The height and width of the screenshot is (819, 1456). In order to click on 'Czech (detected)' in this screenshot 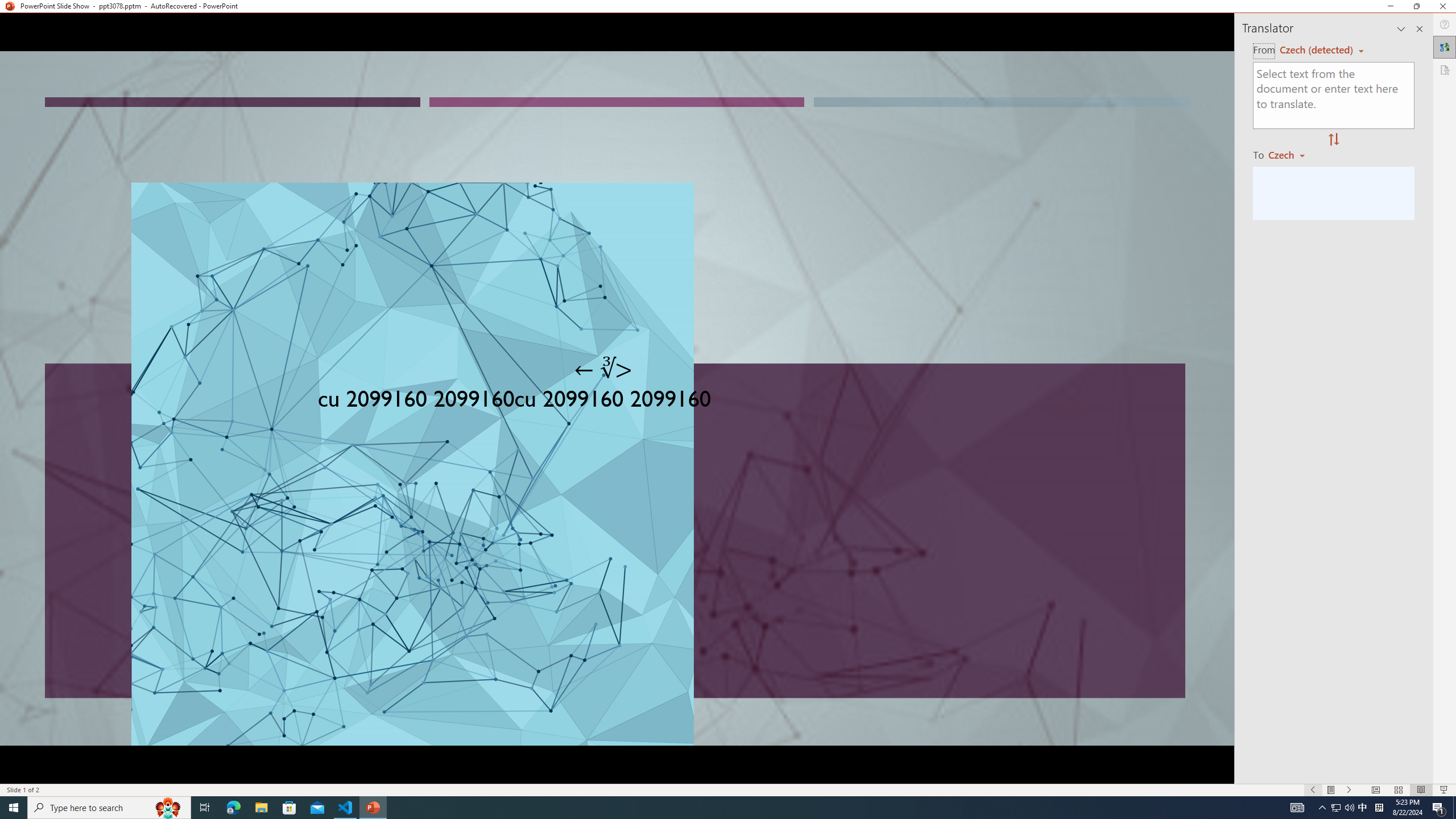, I will do `click(1317, 50)`.